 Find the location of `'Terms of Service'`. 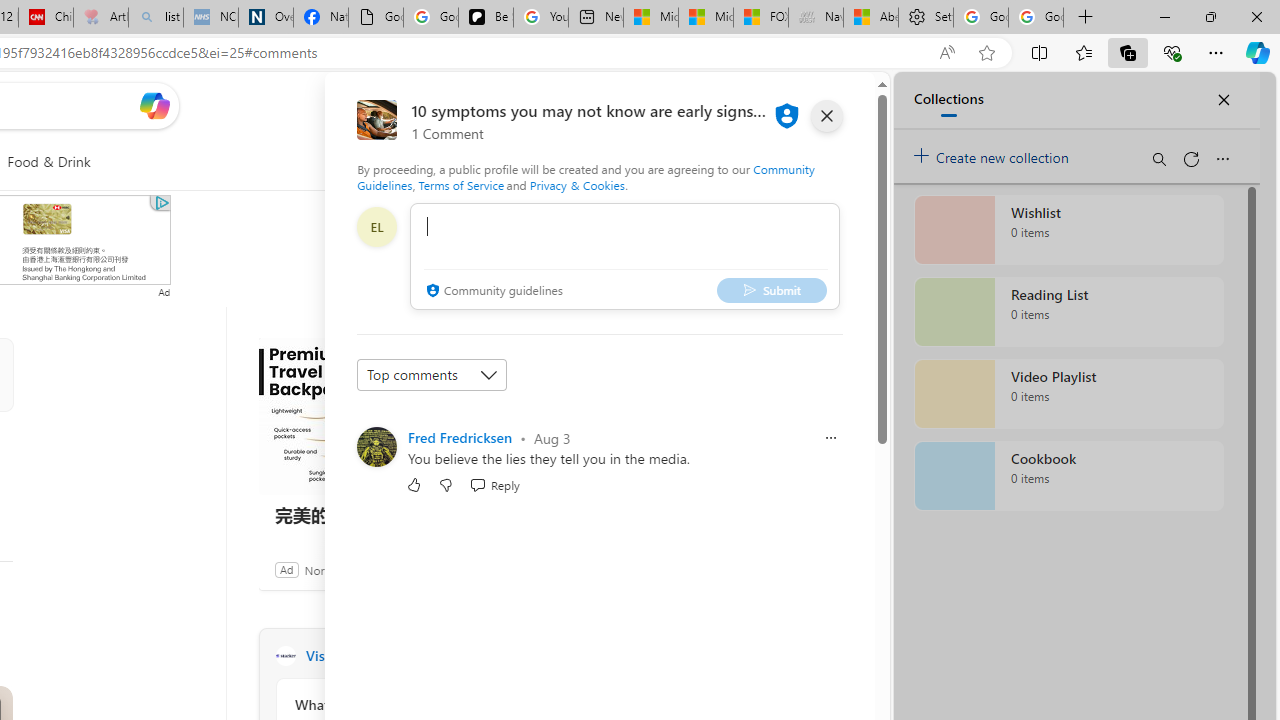

'Terms of Service' is located at coordinates (460, 185).